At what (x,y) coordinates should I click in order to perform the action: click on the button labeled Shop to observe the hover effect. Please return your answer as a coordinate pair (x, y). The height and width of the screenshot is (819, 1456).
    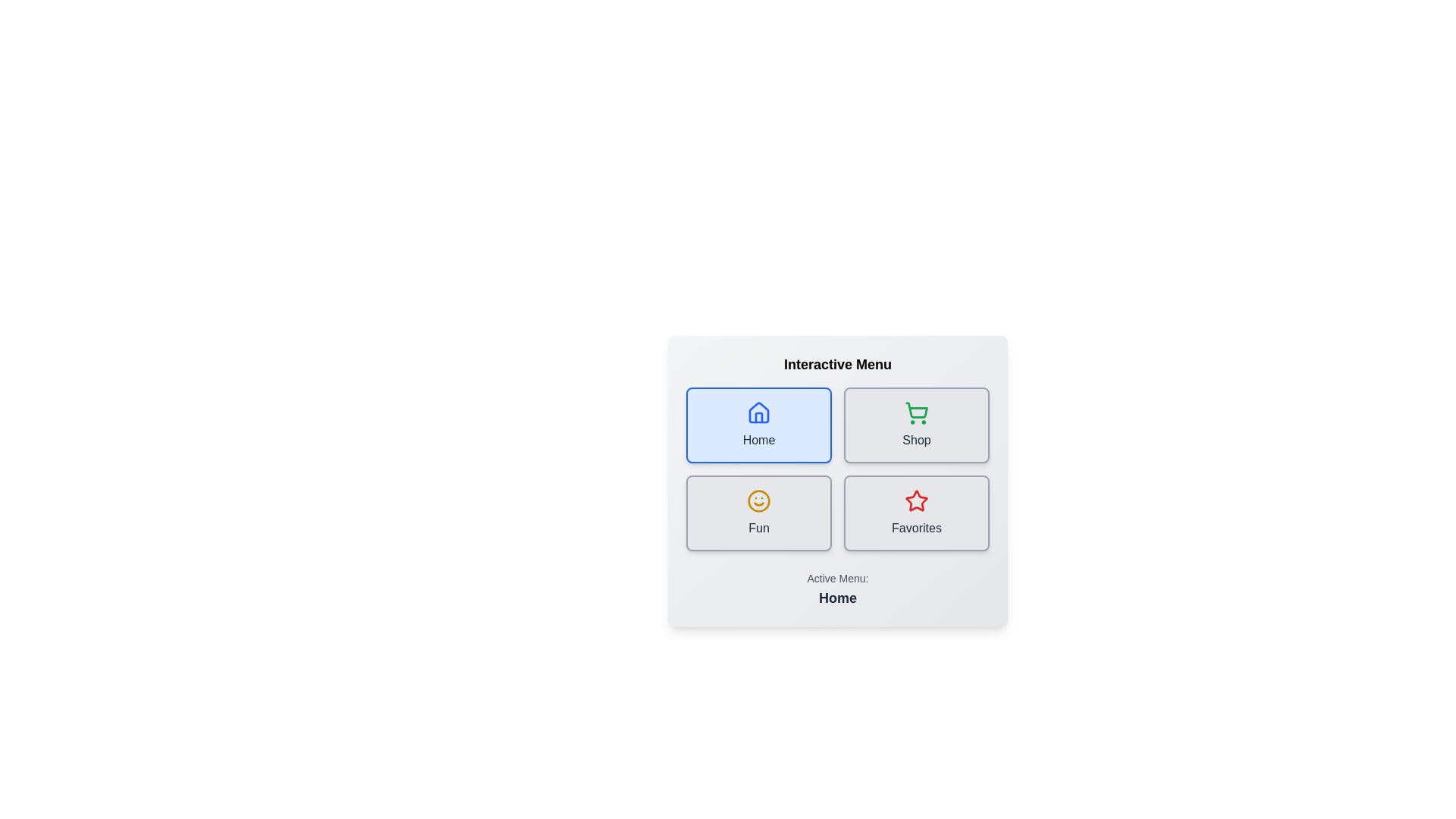
    Looking at the image, I should click on (916, 425).